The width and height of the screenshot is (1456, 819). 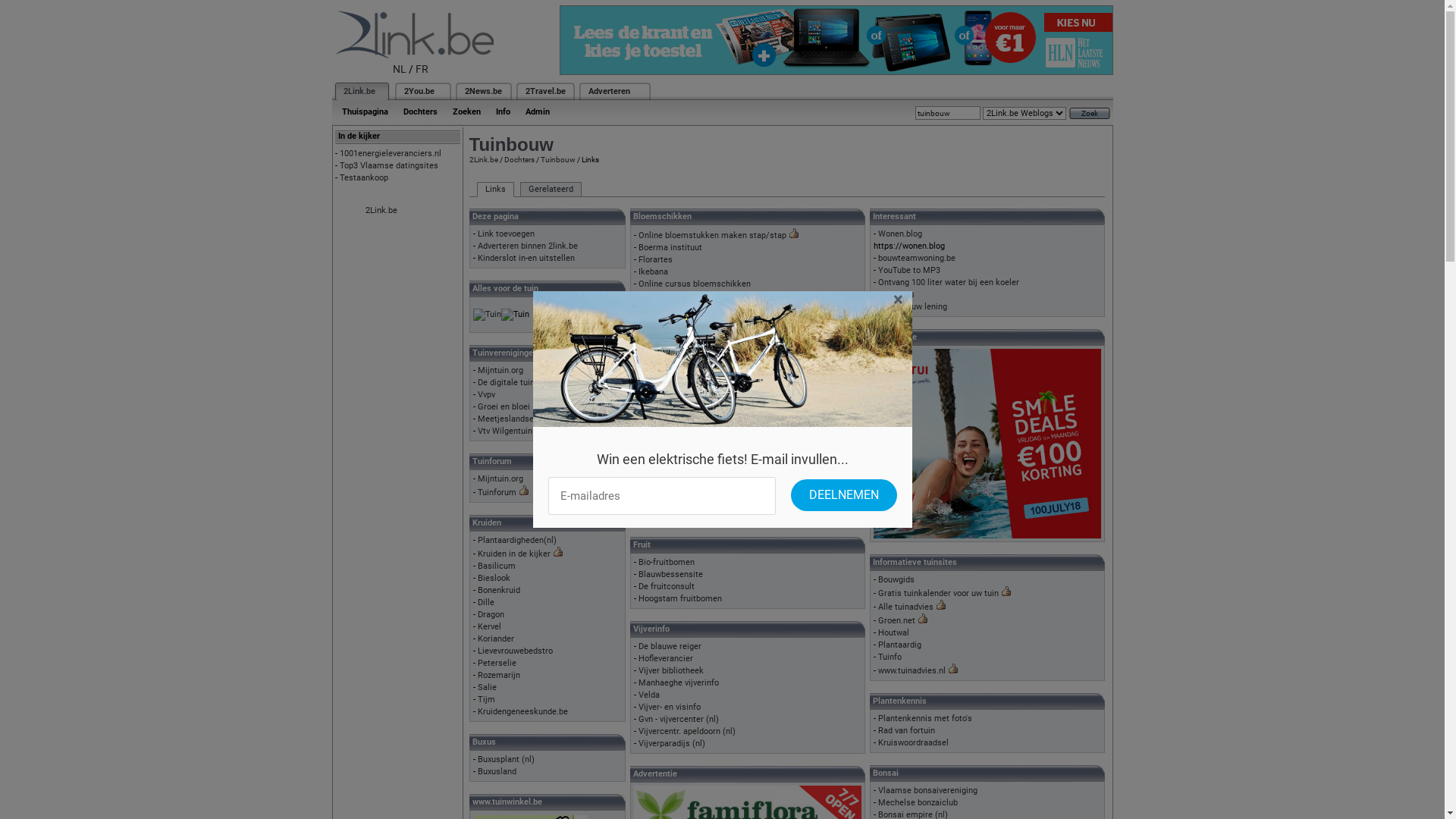 I want to click on 'Lievevrouwebedstro', so click(x=515, y=650).